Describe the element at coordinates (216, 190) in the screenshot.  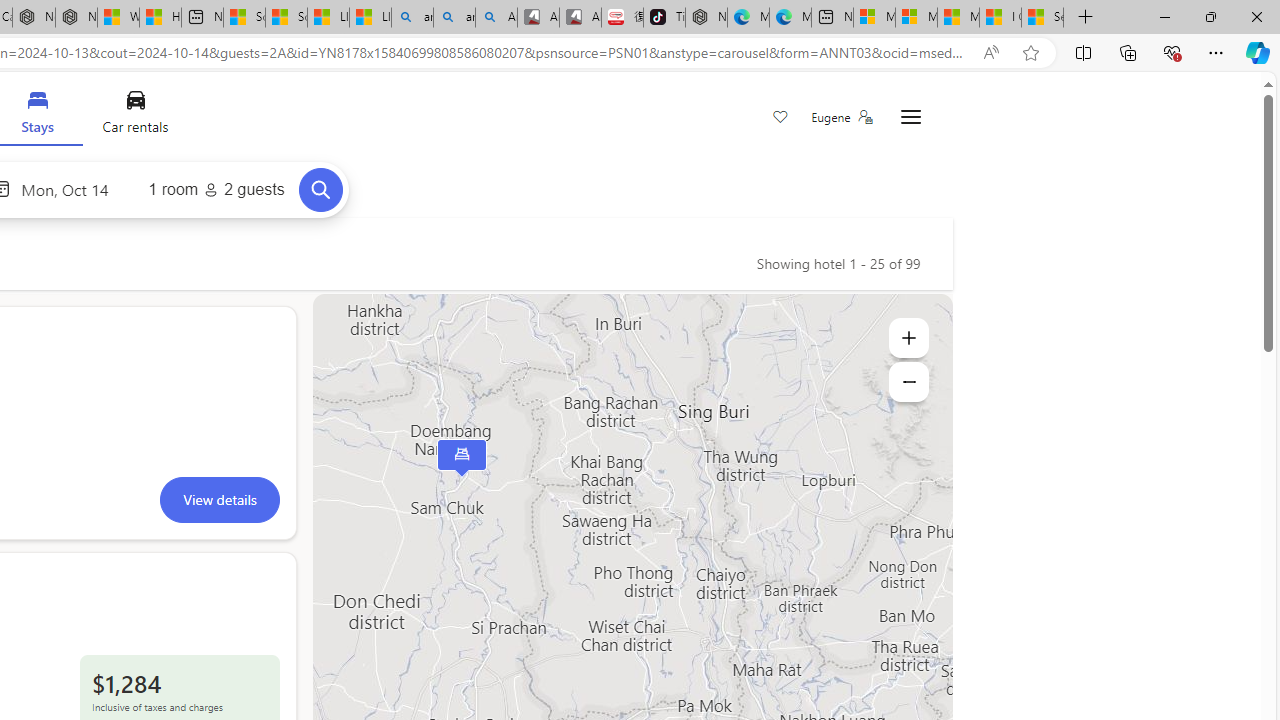
I see `'1 room2 guests'` at that location.